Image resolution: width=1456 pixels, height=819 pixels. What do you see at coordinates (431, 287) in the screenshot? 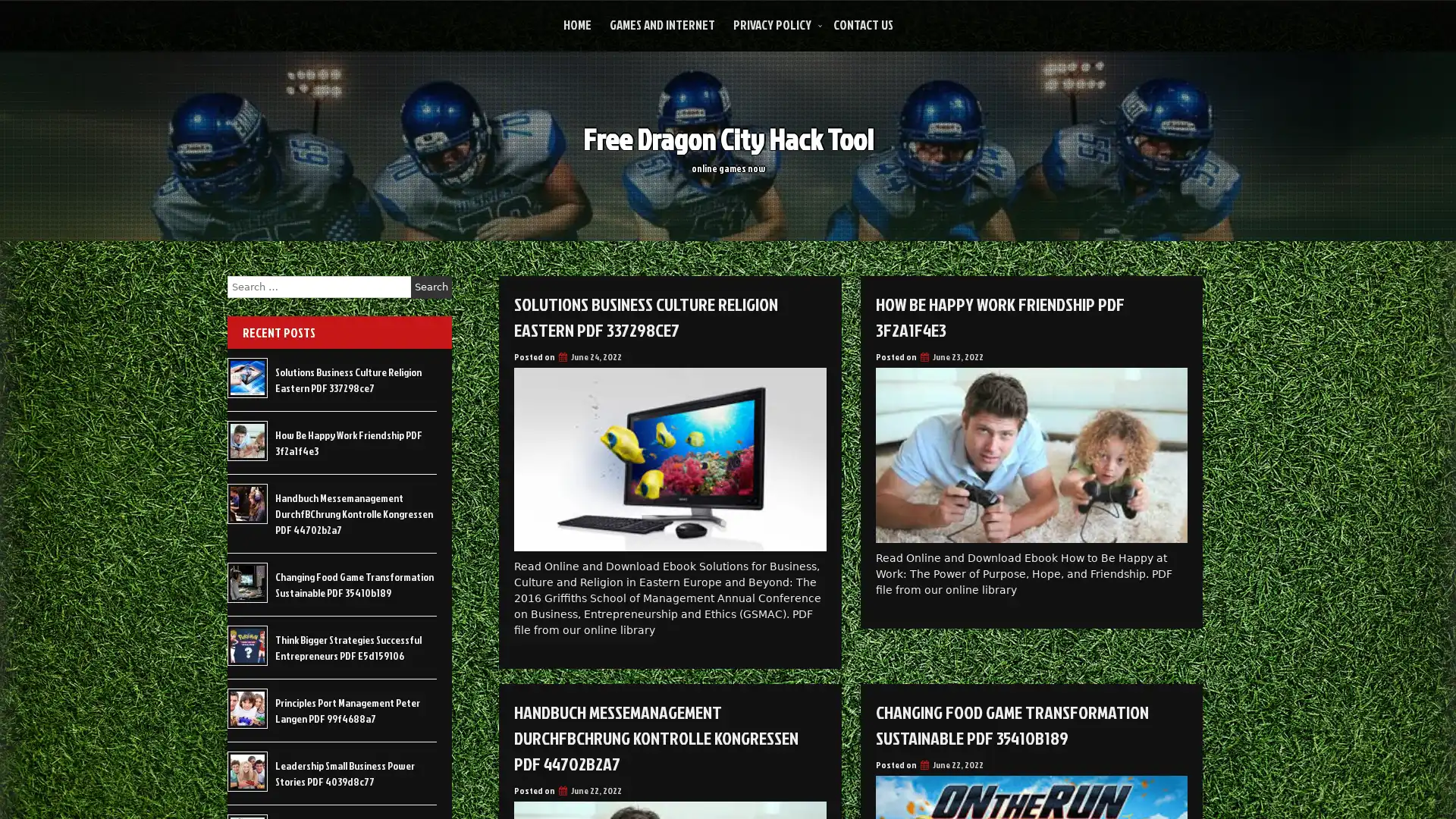
I see `Search` at bounding box center [431, 287].